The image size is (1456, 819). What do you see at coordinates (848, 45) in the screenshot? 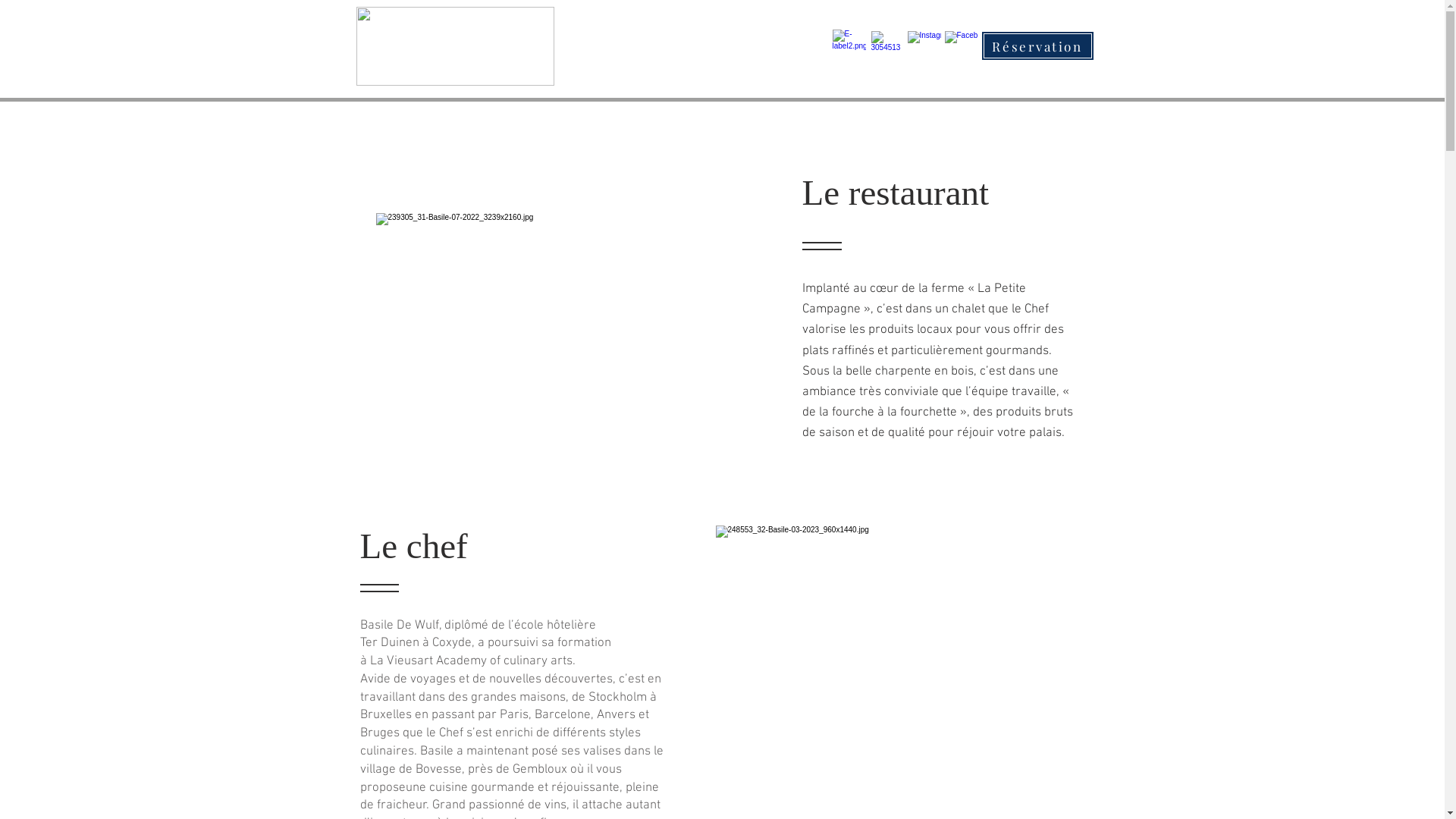
I see `'9c138c_cc1b1e564d754f30990971fbc8ce2fc2~mv2.png'` at bounding box center [848, 45].